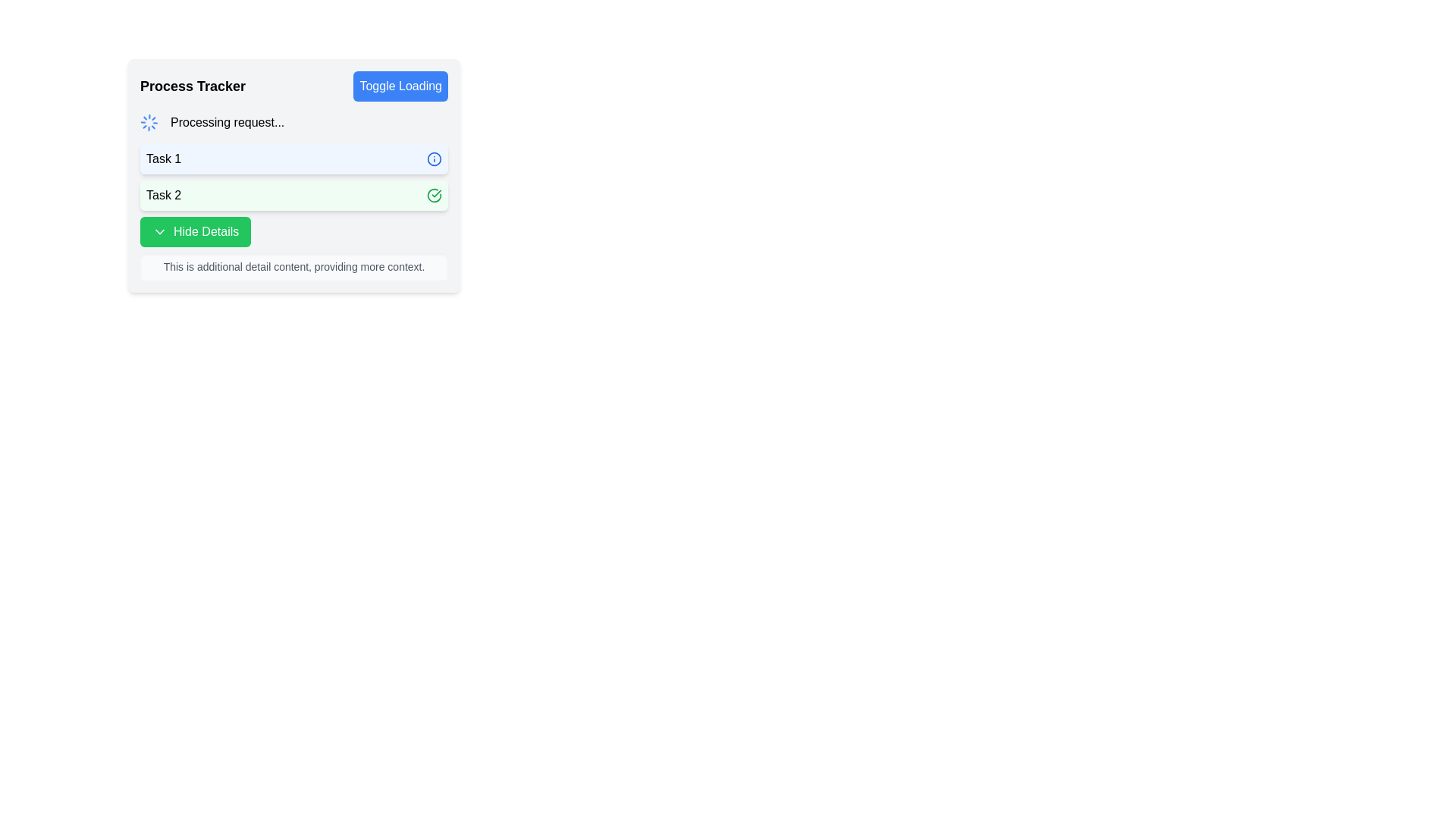  I want to click on text displayed in the Text label that shows 'Processing request...' located in the upper section of a light-colored panel, immediately to the right of a blue spinning loader icon, so click(227, 122).